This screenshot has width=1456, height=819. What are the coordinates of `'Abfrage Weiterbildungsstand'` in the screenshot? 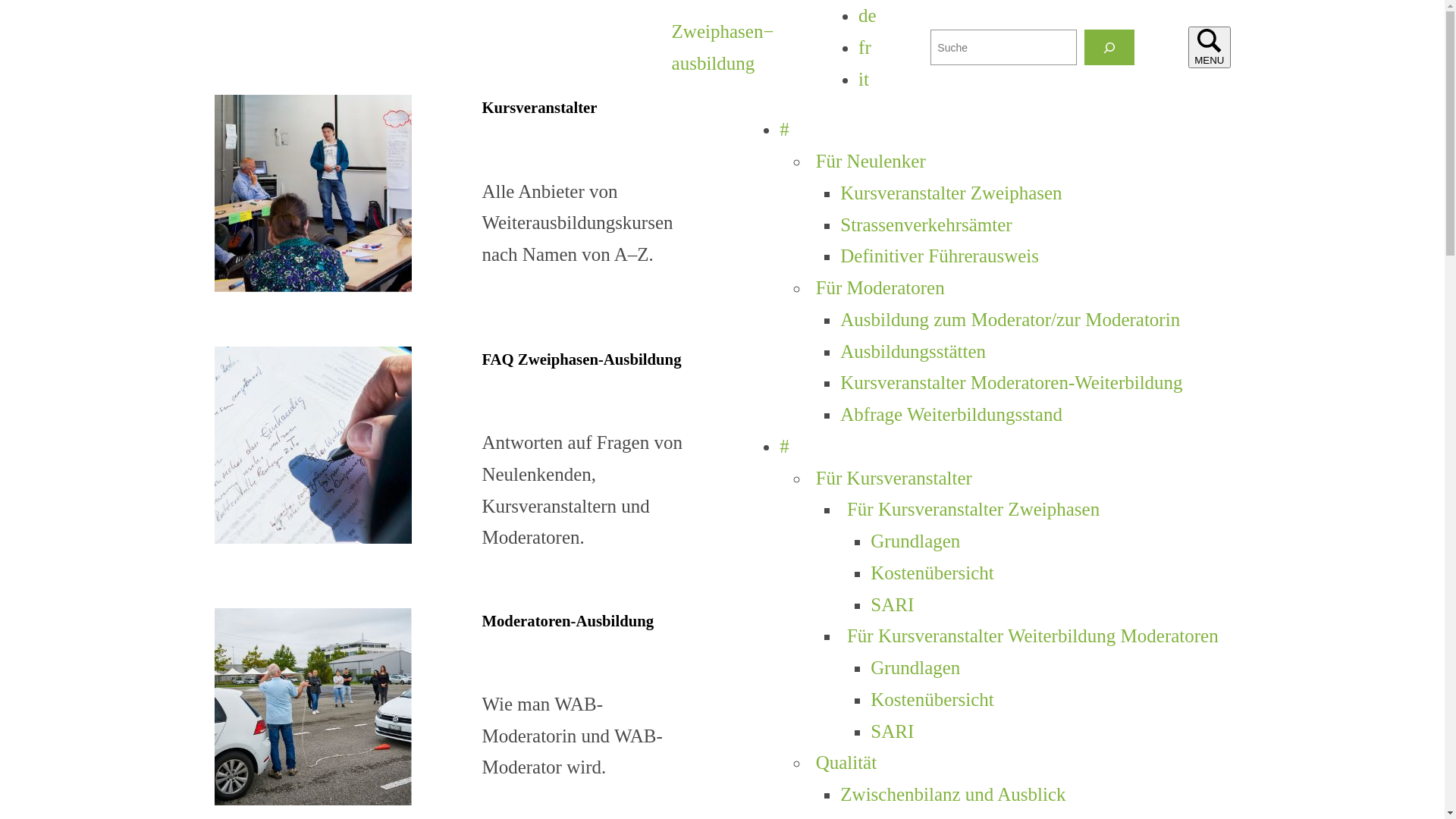 It's located at (950, 414).